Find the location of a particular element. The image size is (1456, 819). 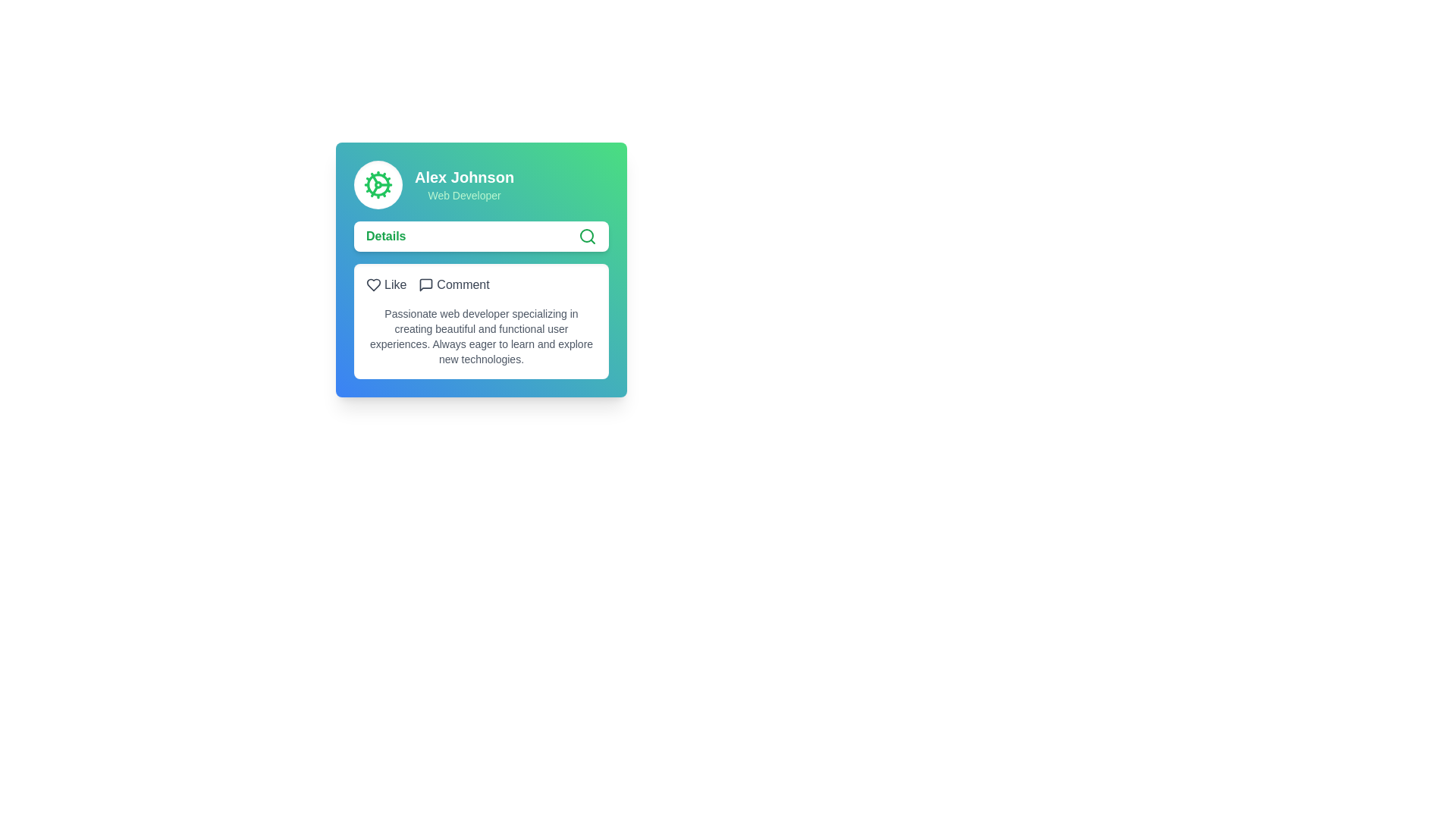

the 'Comment' label, which displays the word 'Comment' in dark gray, positioned to the right of a speech bubble icon and within a light gray background section is located at coordinates (462, 284).